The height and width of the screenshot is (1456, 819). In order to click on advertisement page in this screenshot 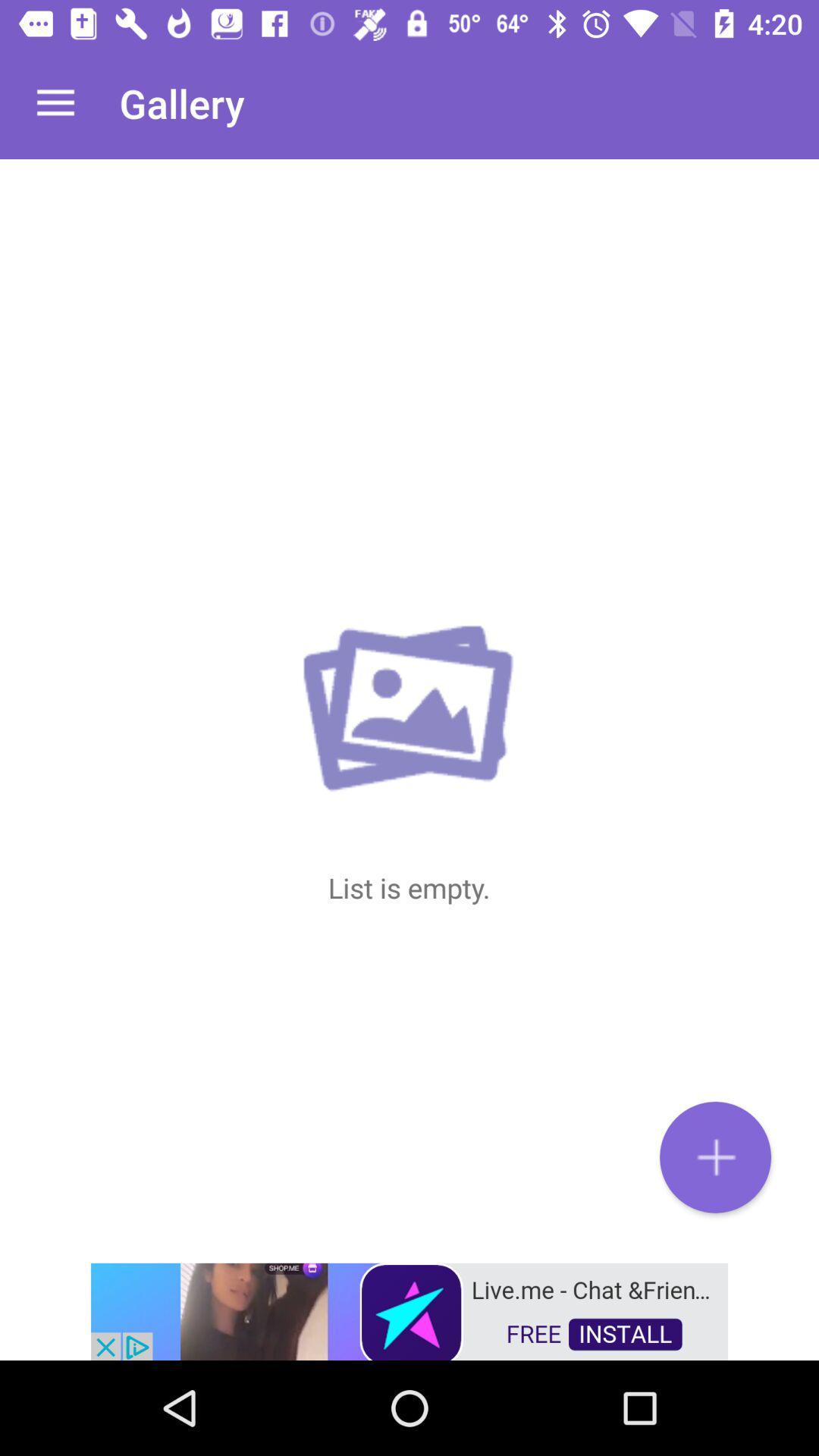, I will do `click(409, 1310)`.